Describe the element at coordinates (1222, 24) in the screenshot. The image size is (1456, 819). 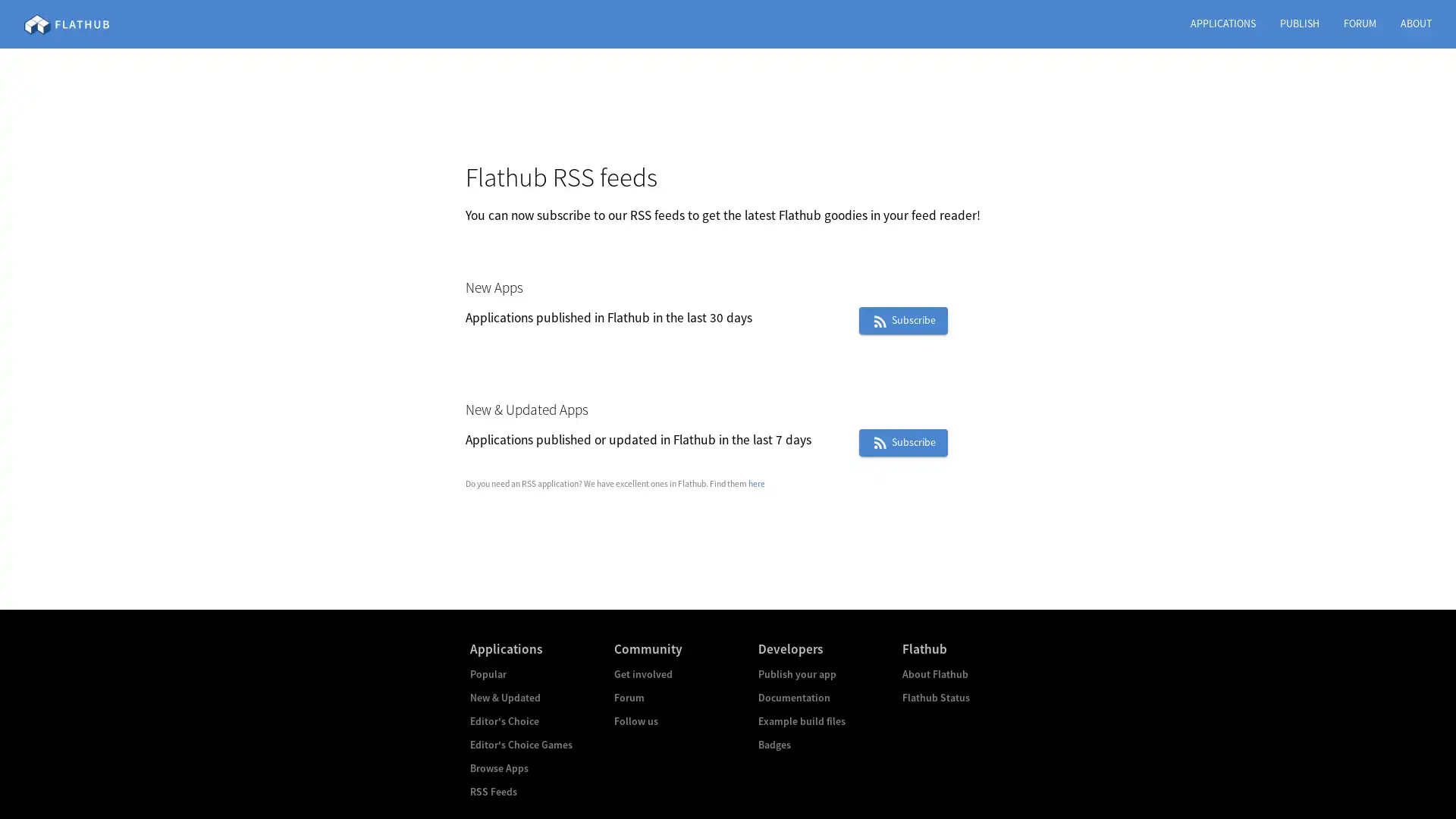
I see `APPLICATIONS` at that location.